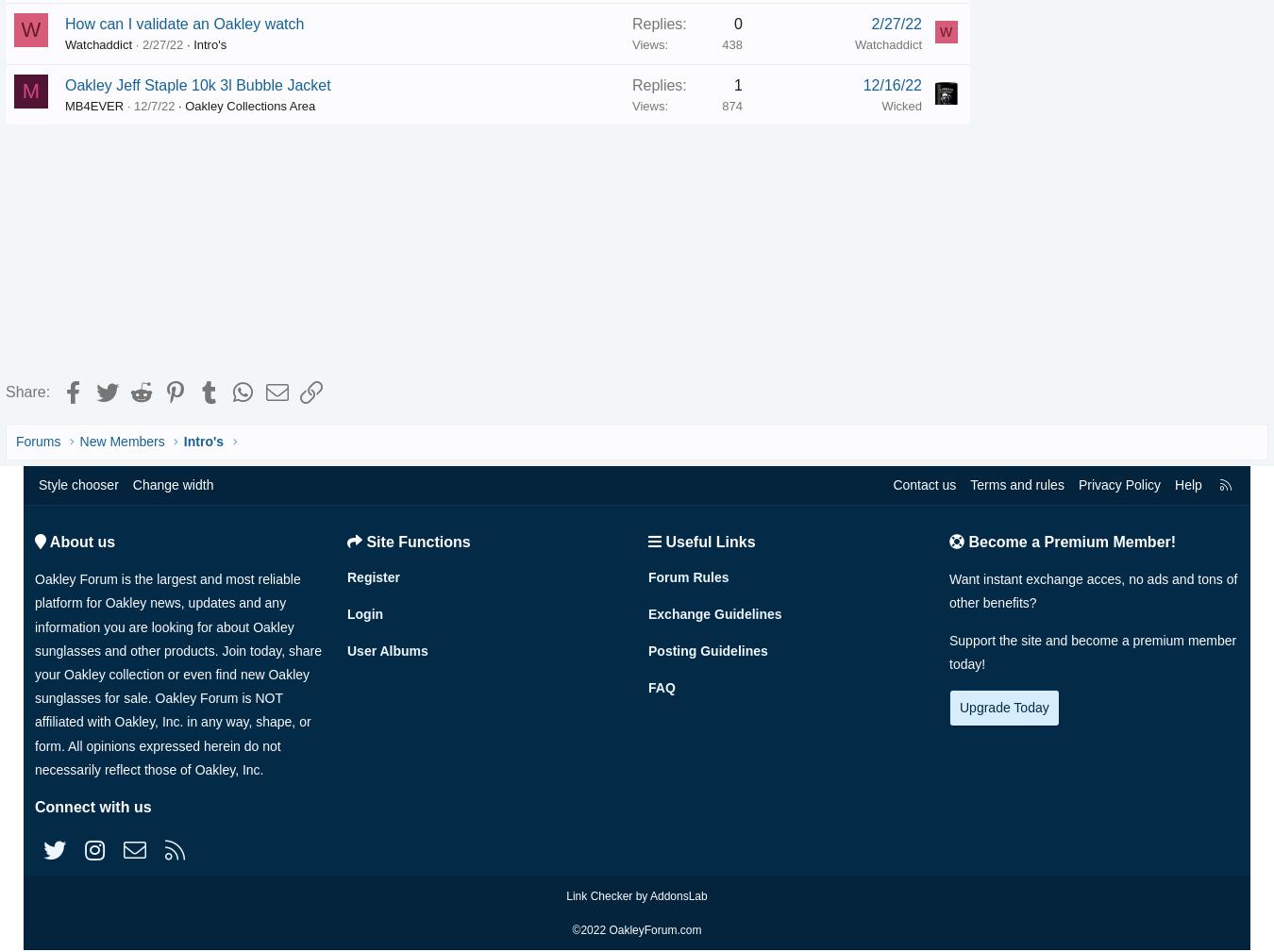 This screenshot has width=1274, height=952. What do you see at coordinates (181, 104) in the screenshot?
I see `'12/7/22'` at bounding box center [181, 104].